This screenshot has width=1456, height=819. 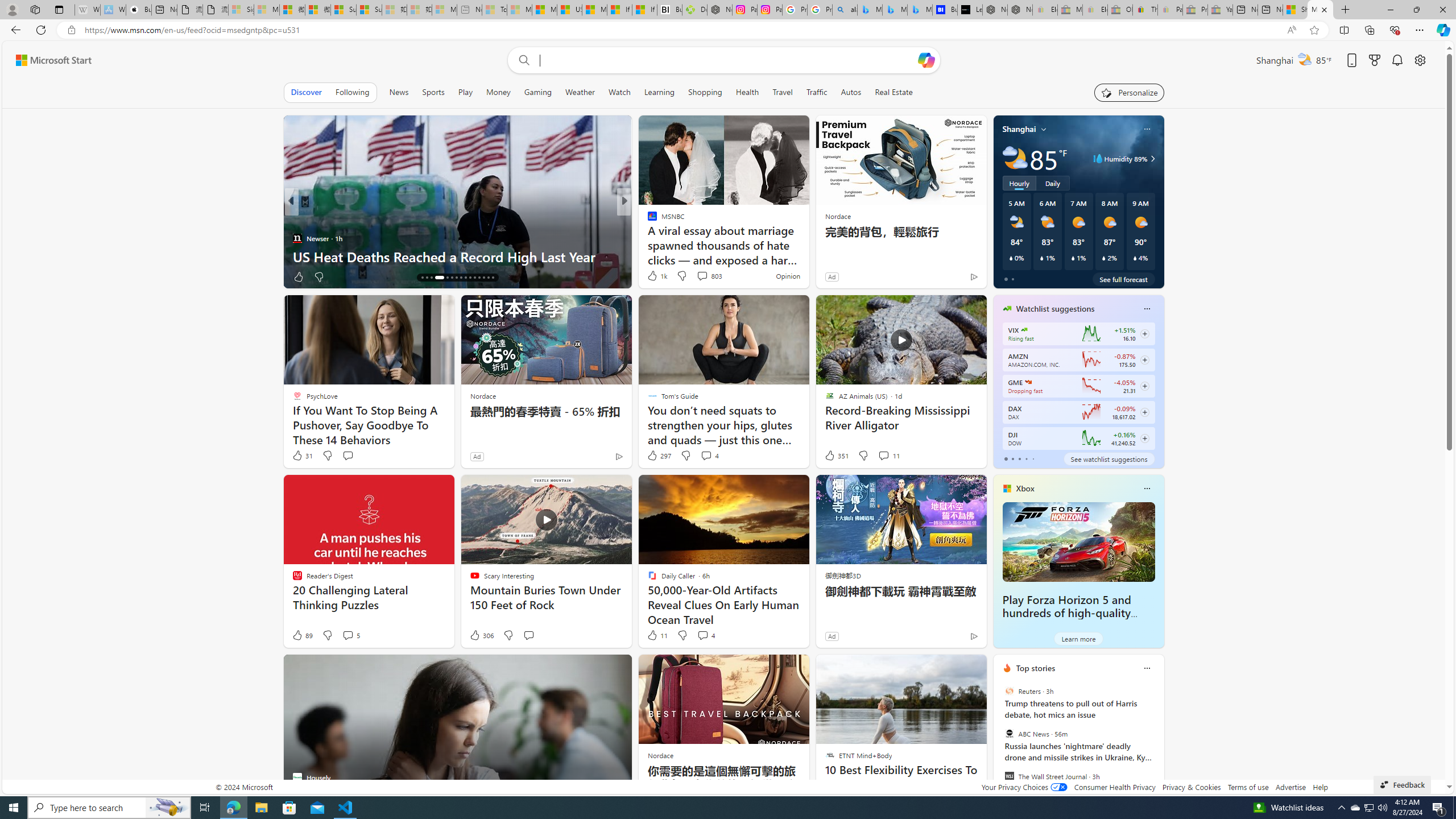 I want to click on 'AutomationID: tab-30', so click(x=492, y=277).